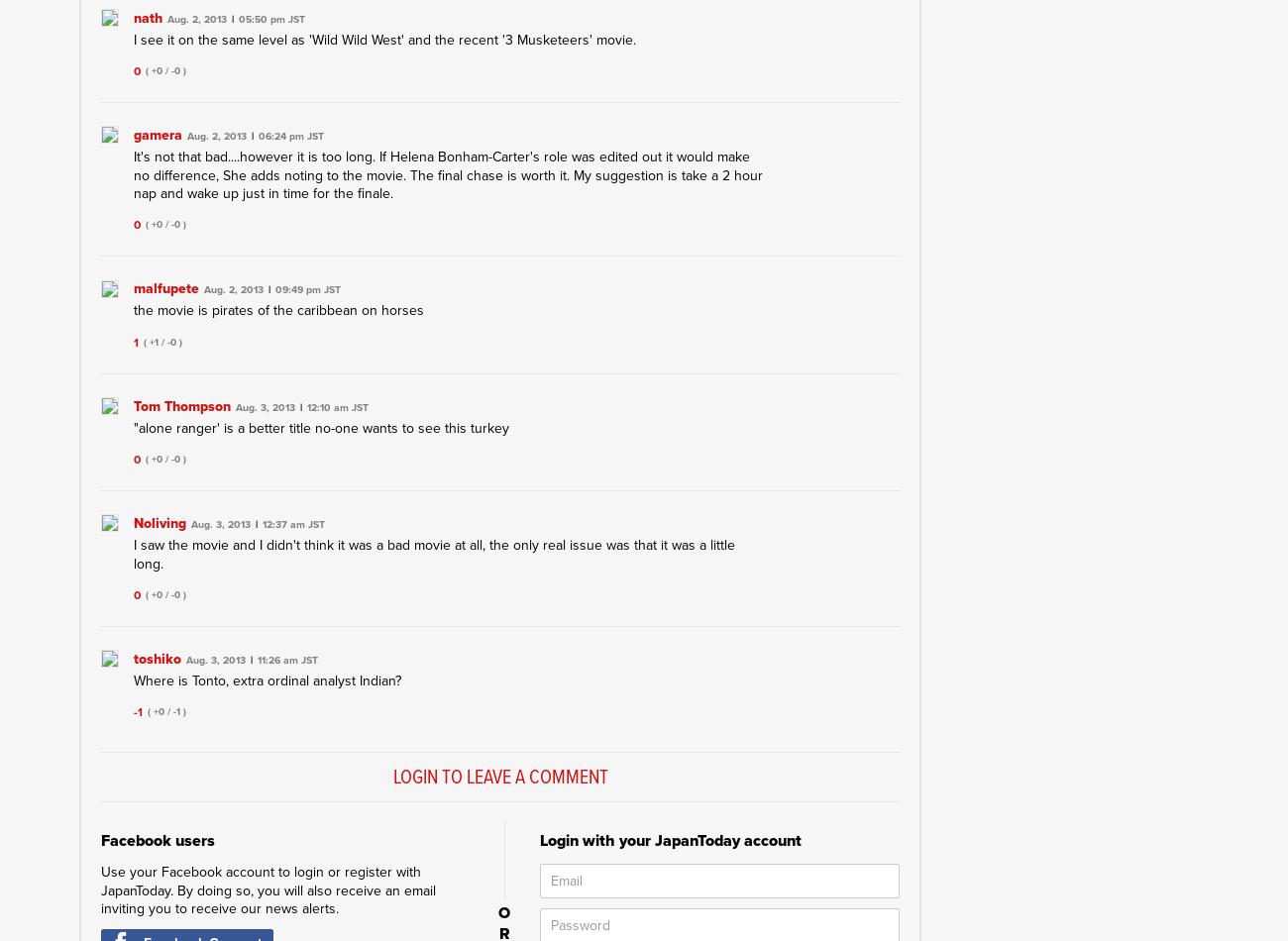  What do you see at coordinates (267, 680) in the screenshot?
I see `'Where is Tonto, extra ordinal analyst Indian?'` at bounding box center [267, 680].